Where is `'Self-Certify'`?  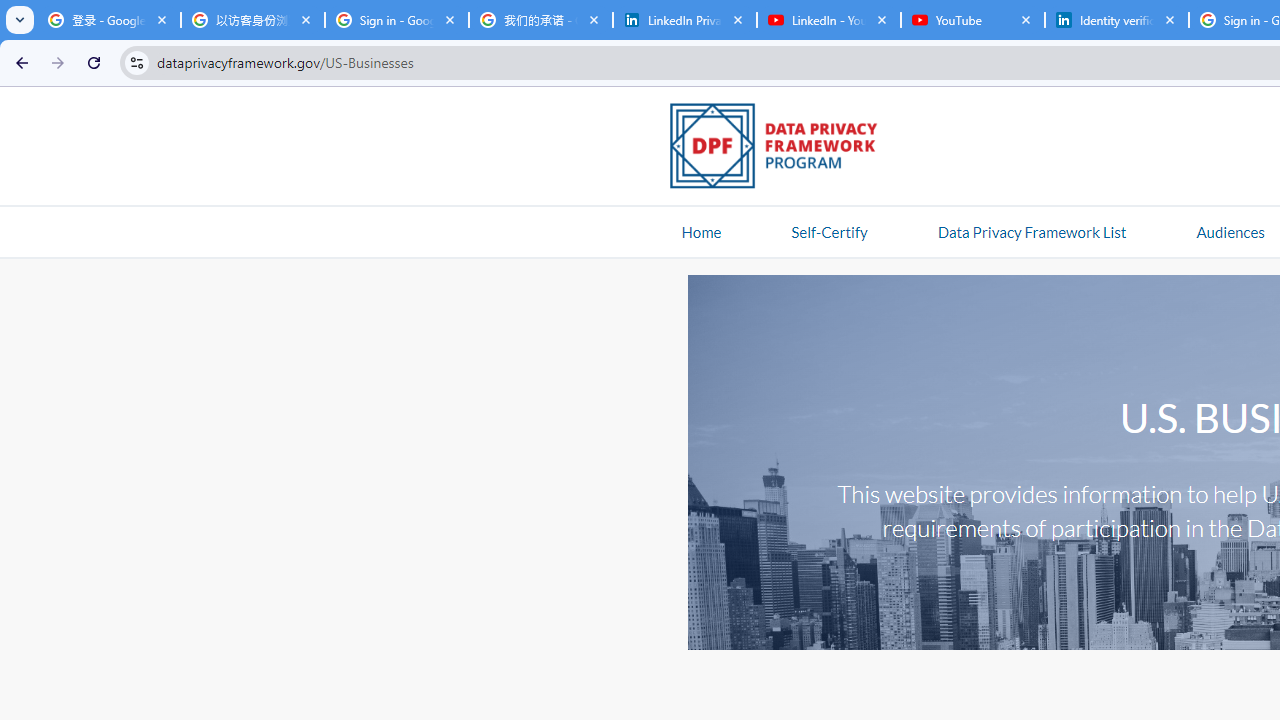 'Self-Certify' is located at coordinates (829, 230).